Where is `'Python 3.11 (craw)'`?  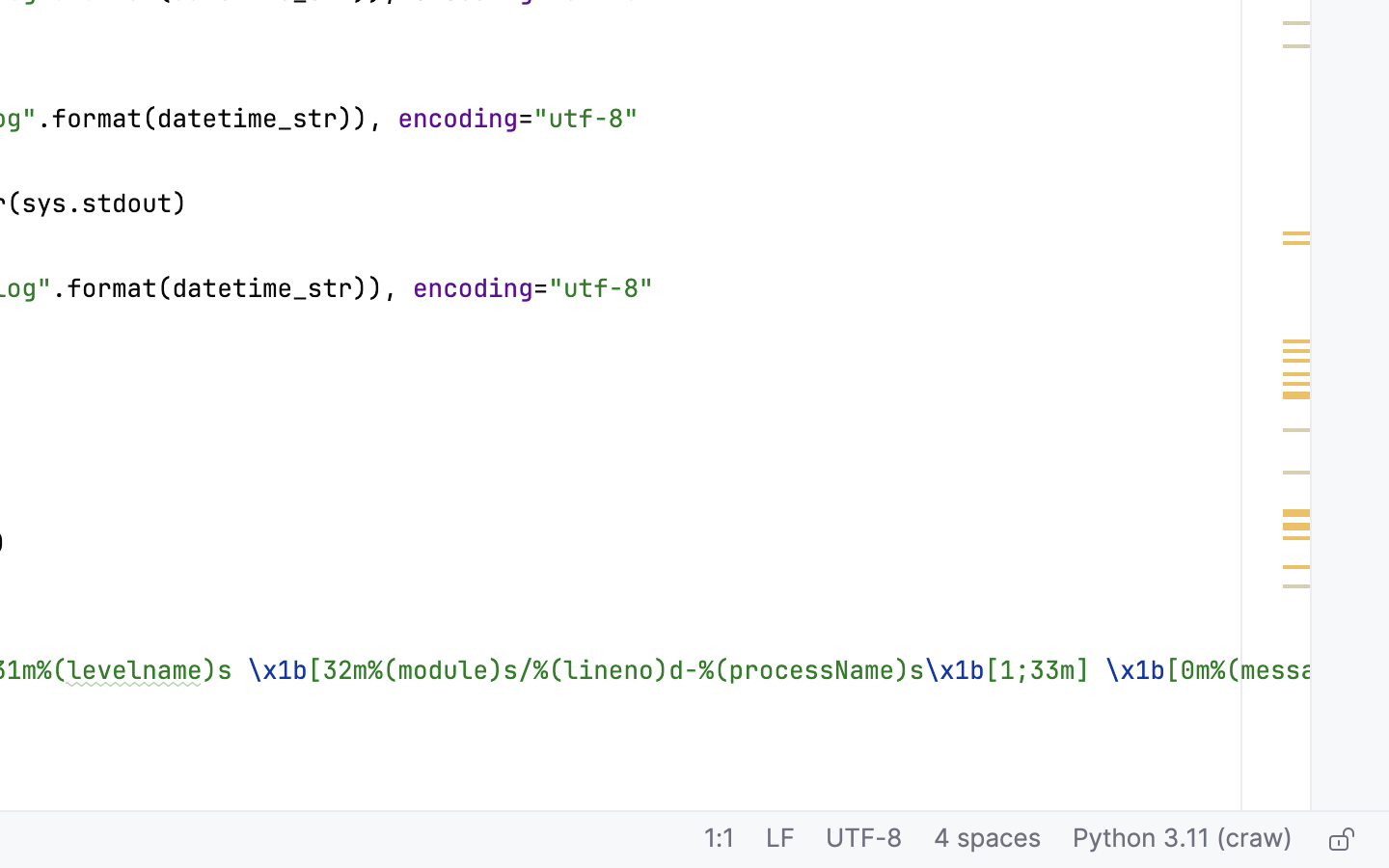 'Python 3.11 (craw)' is located at coordinates (1182, 840).